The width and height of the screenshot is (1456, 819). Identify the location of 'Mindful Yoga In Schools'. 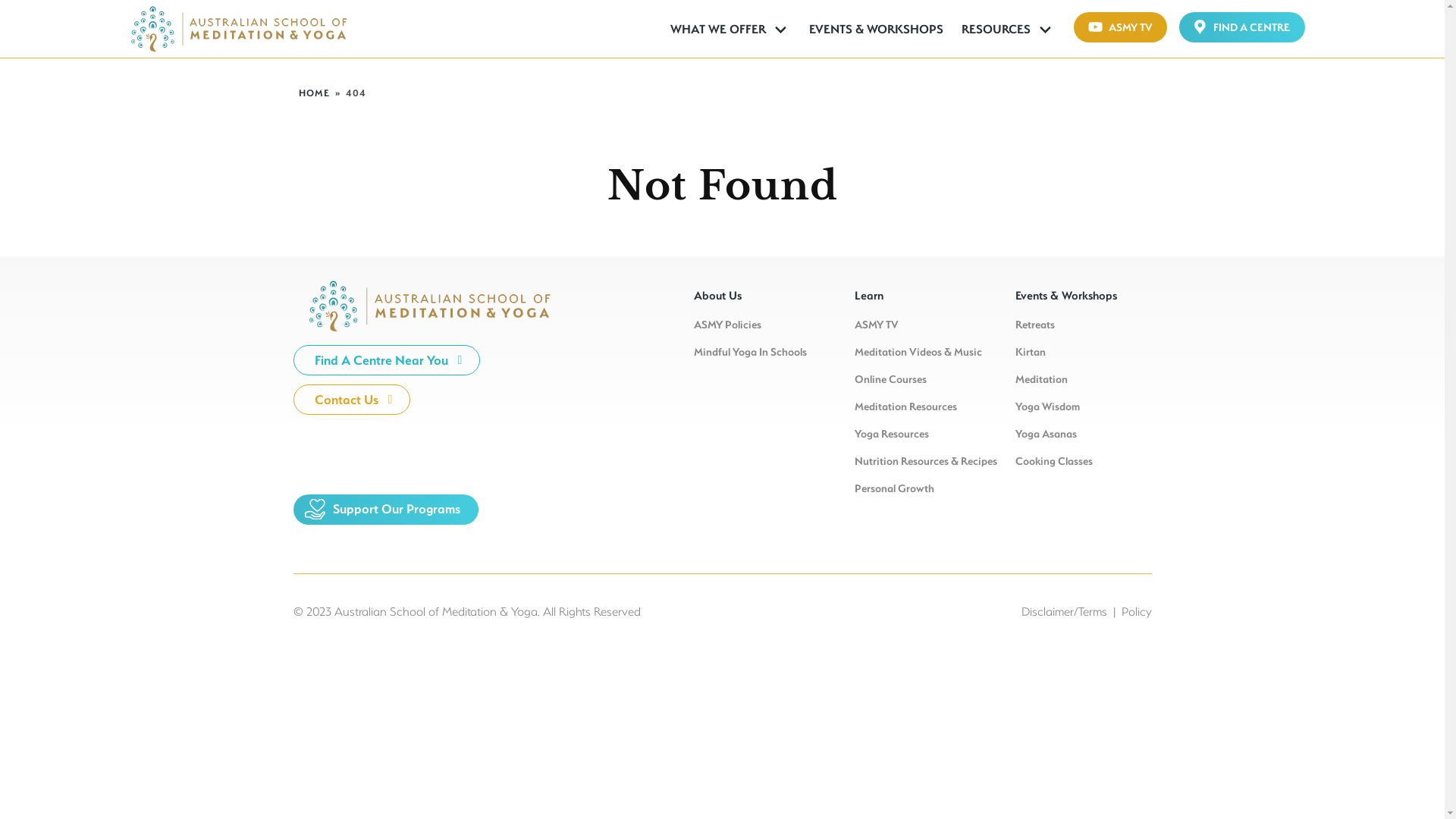
(749, 351).